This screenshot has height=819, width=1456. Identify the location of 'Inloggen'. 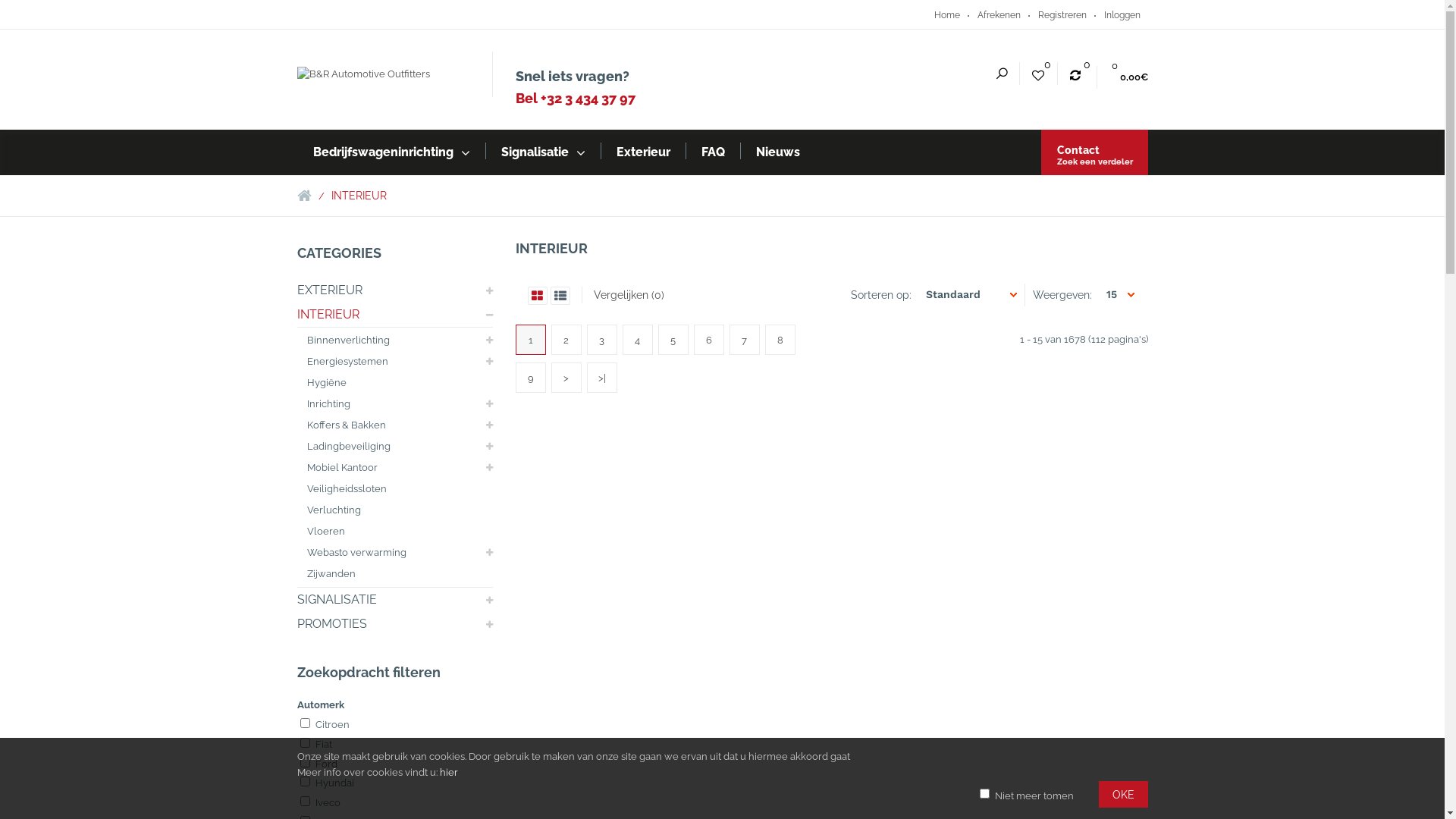
(1103, 15).